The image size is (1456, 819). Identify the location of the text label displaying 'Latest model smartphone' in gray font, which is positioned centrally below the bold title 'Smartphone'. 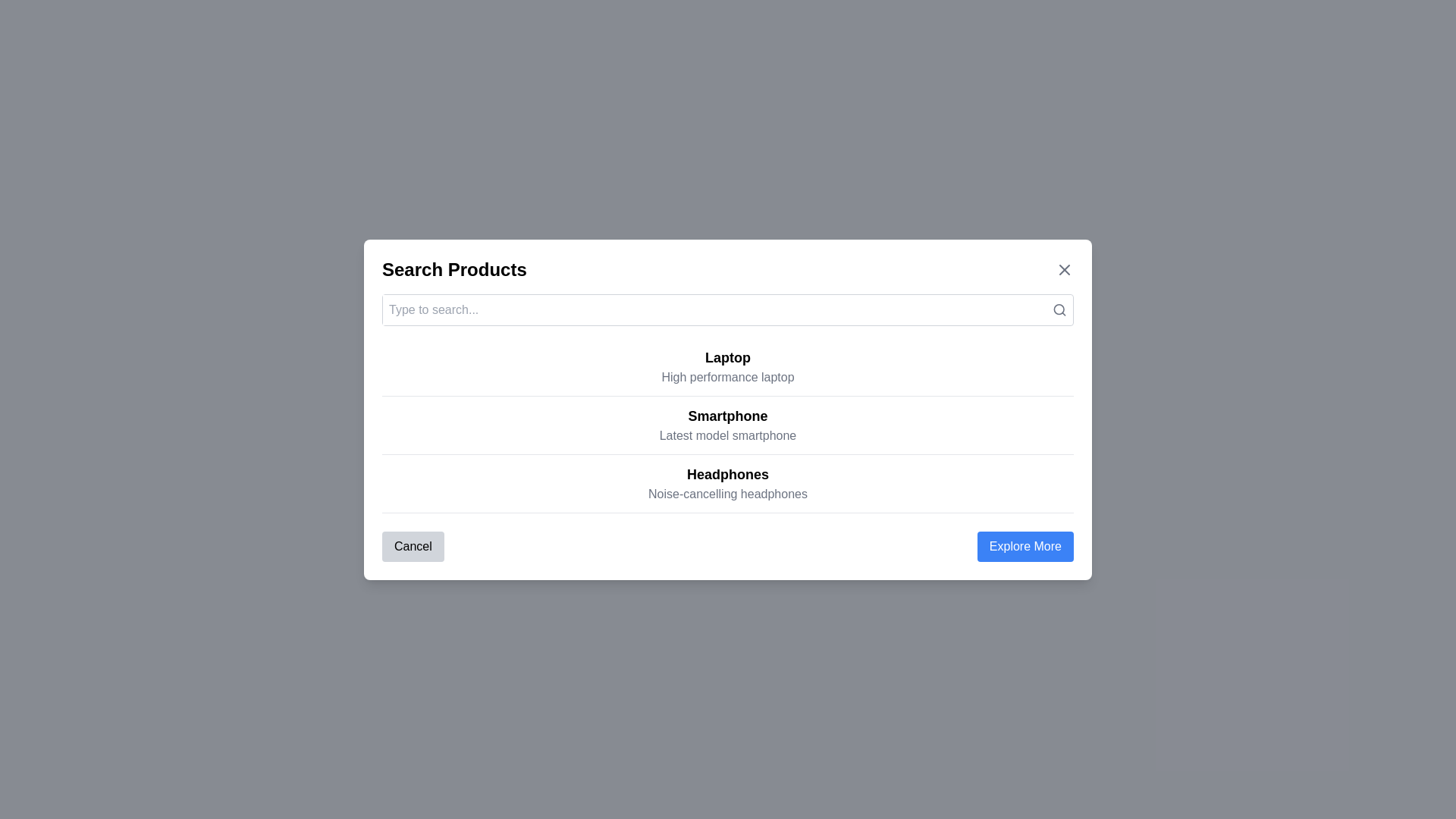
(728, 435).